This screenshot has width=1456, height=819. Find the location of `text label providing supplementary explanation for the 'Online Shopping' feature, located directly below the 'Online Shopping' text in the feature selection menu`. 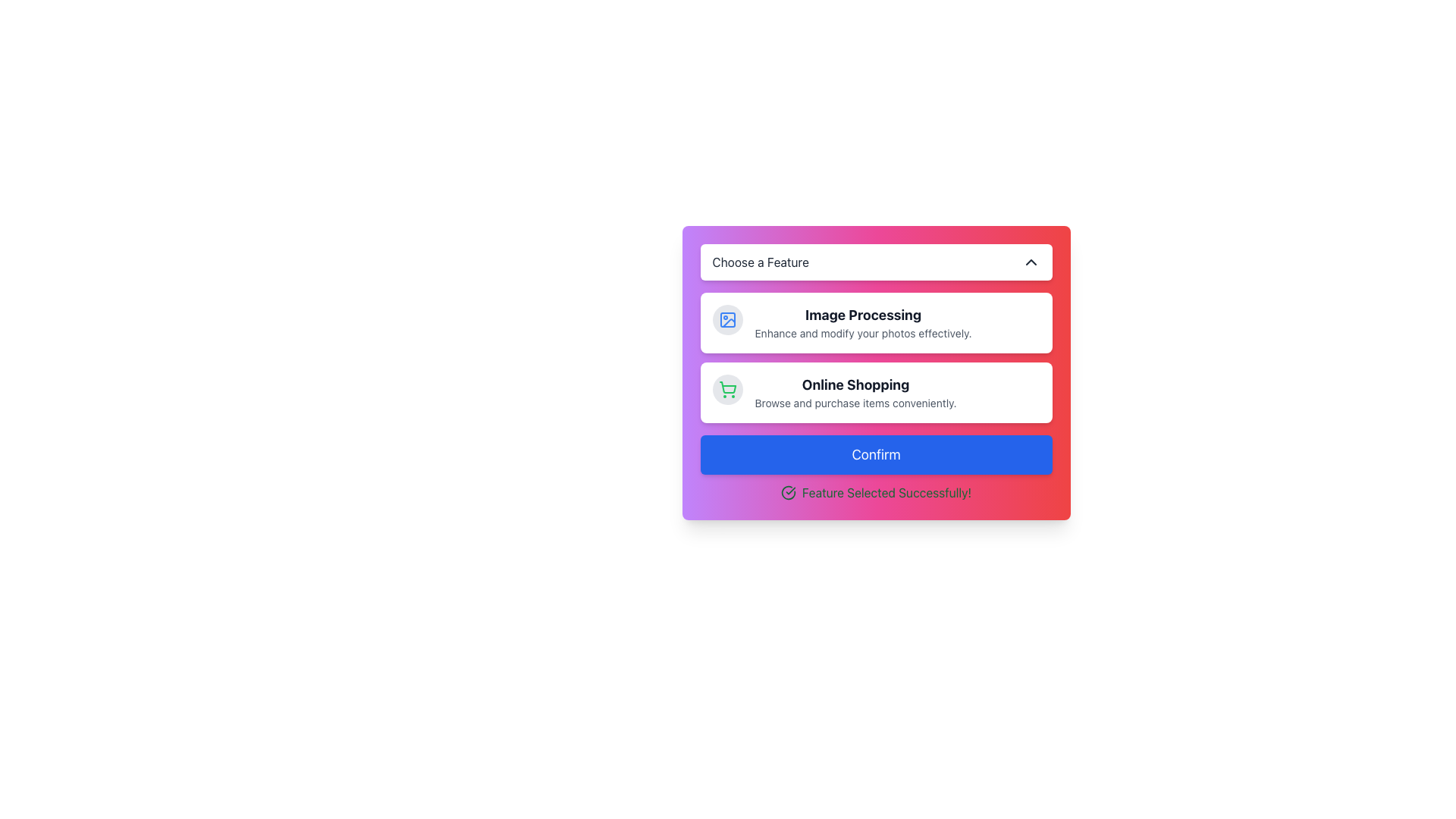

text label providing supplementary explanation for the 'Online Shopping' feature, located directly below the 'Online Shopping' text in the feature selection menu is located at coordinates (855, 403).